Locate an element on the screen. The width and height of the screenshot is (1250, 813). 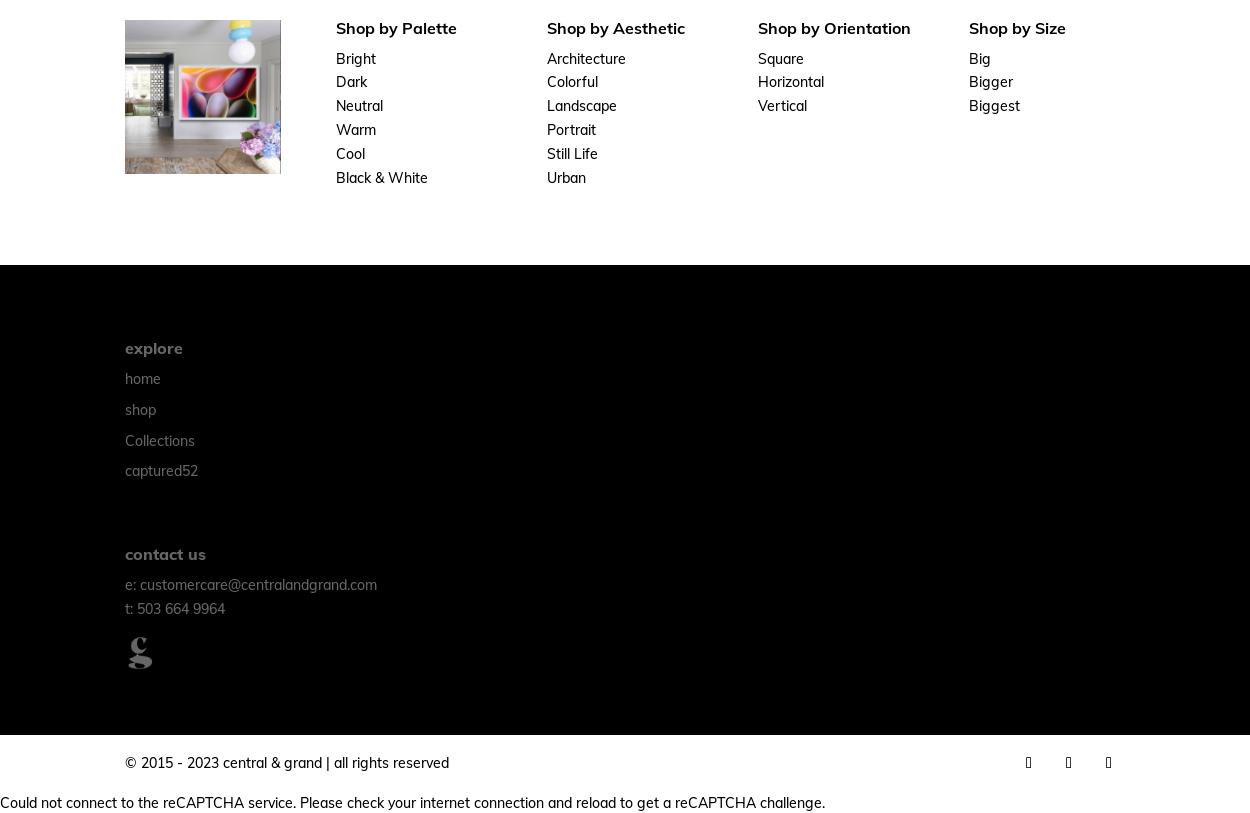
'Shop by Aesthetic' is located at coordinates (615, 26).